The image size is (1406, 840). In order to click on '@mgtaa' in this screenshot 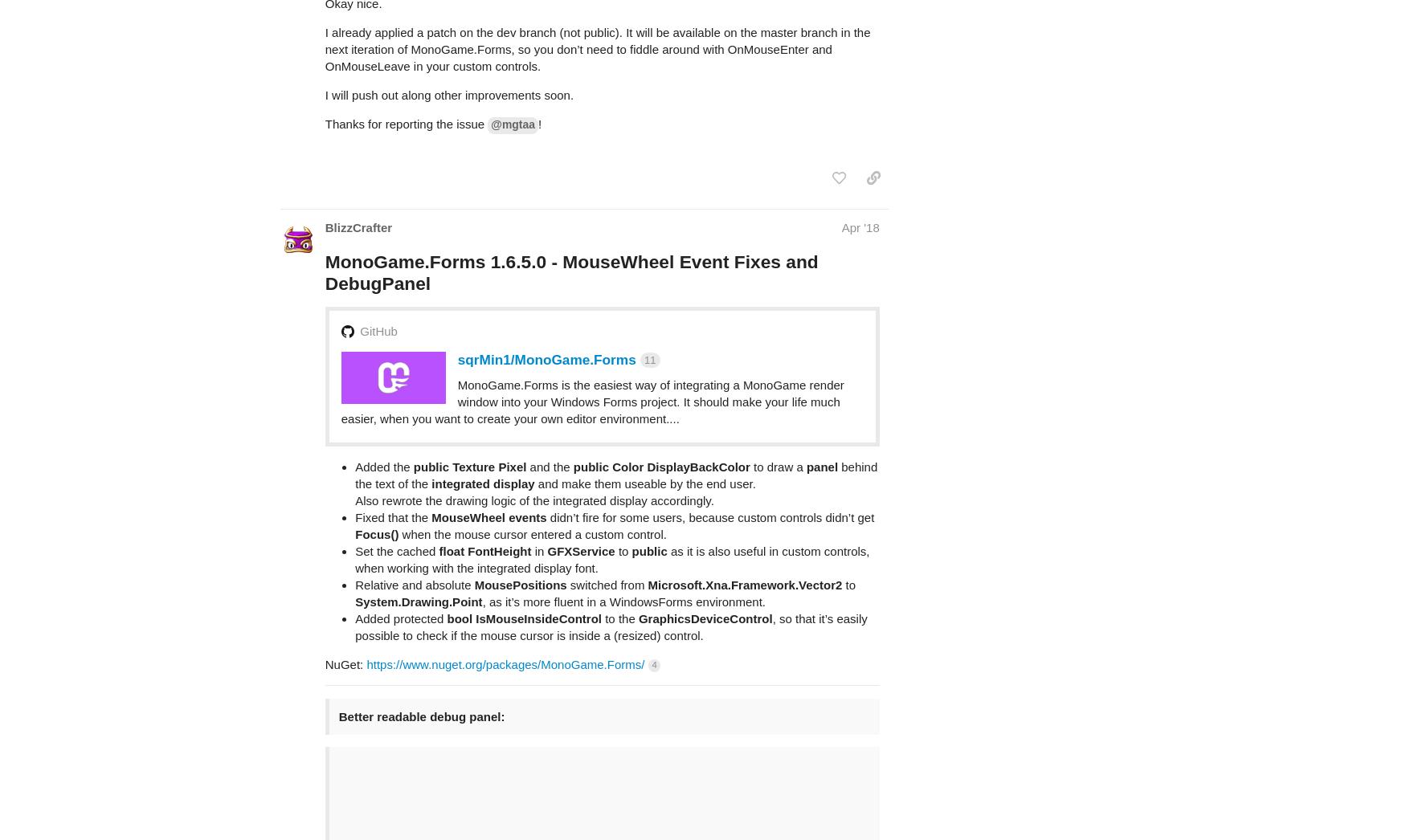, I will do `click(490, 61)`.